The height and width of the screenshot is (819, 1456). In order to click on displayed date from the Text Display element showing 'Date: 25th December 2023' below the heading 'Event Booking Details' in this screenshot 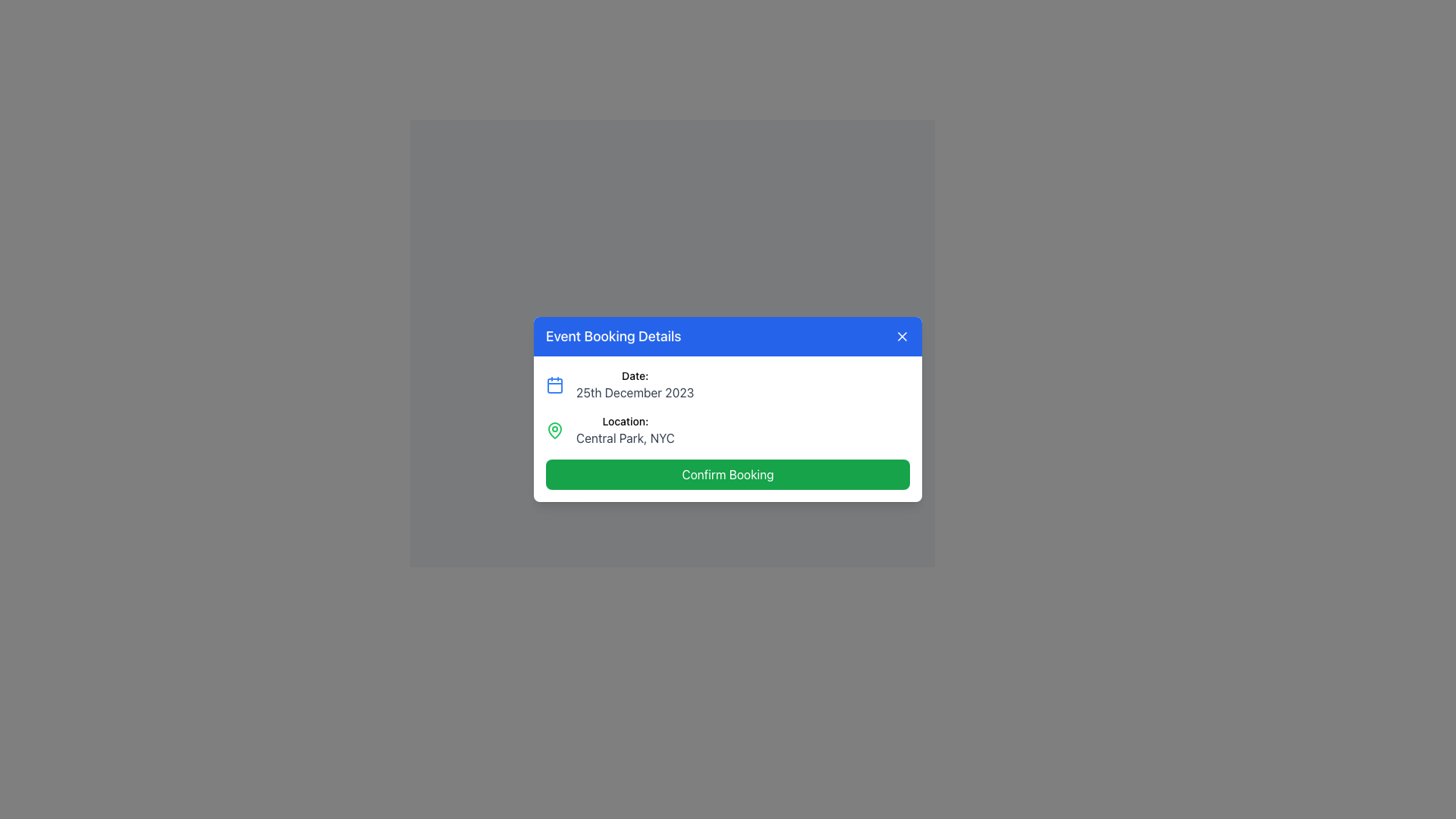, I will do `click(635, 384)`.